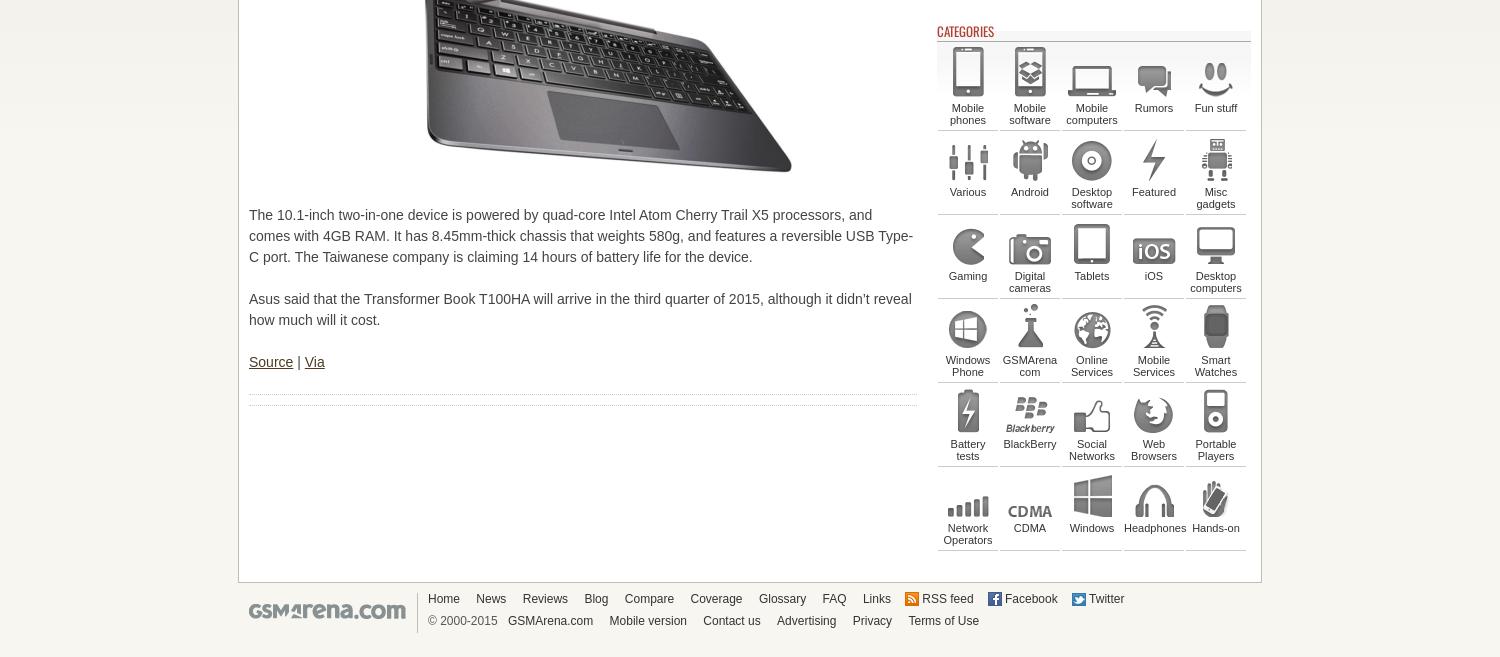  What do you see at coordinates (550, 619) in the screenshot?
I see `'GSMArena.com'` at bounding box center [550, 619].